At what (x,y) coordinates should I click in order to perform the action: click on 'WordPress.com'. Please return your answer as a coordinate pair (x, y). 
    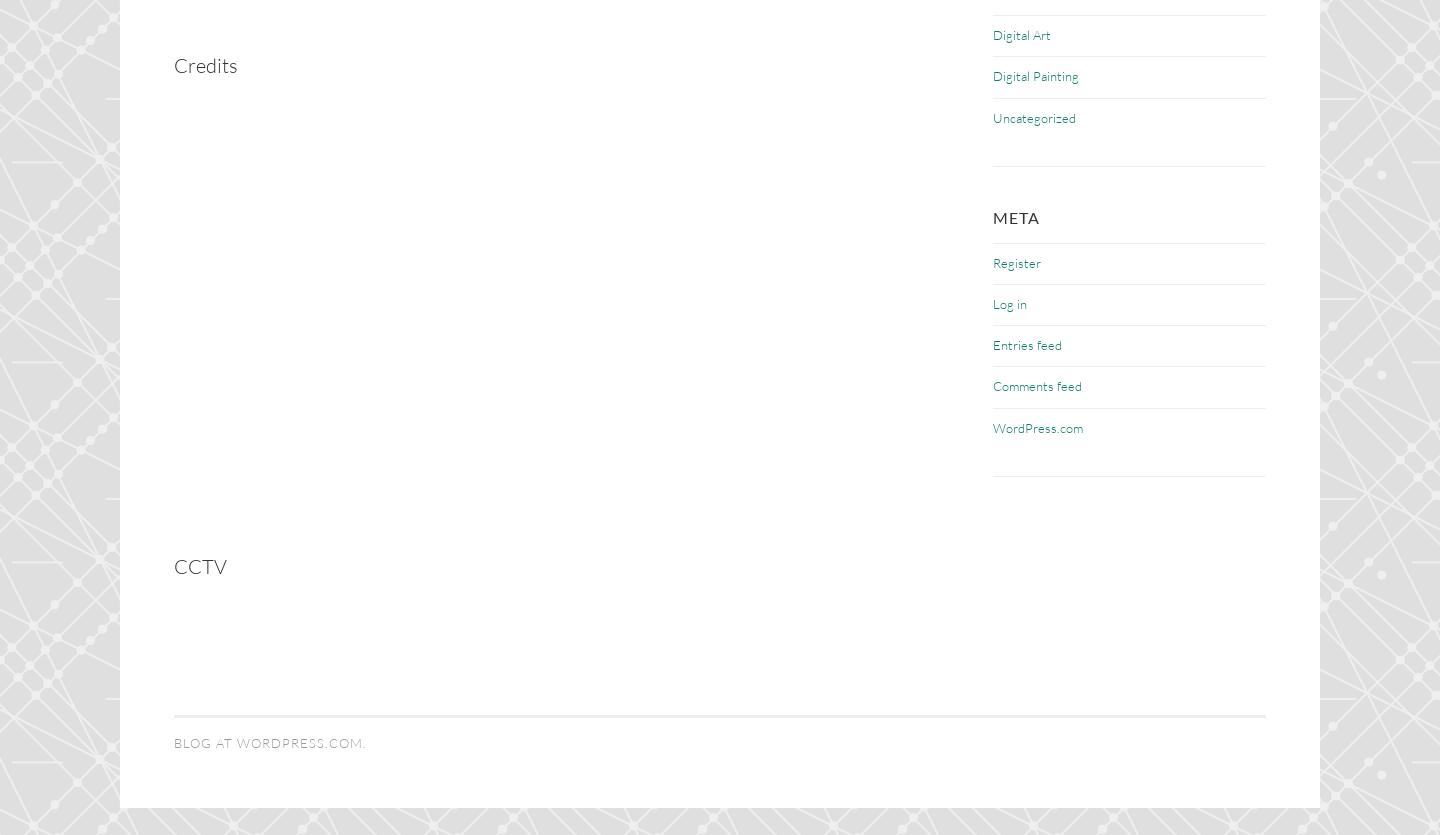
    Looking at the image, I should click on (1037, 426).